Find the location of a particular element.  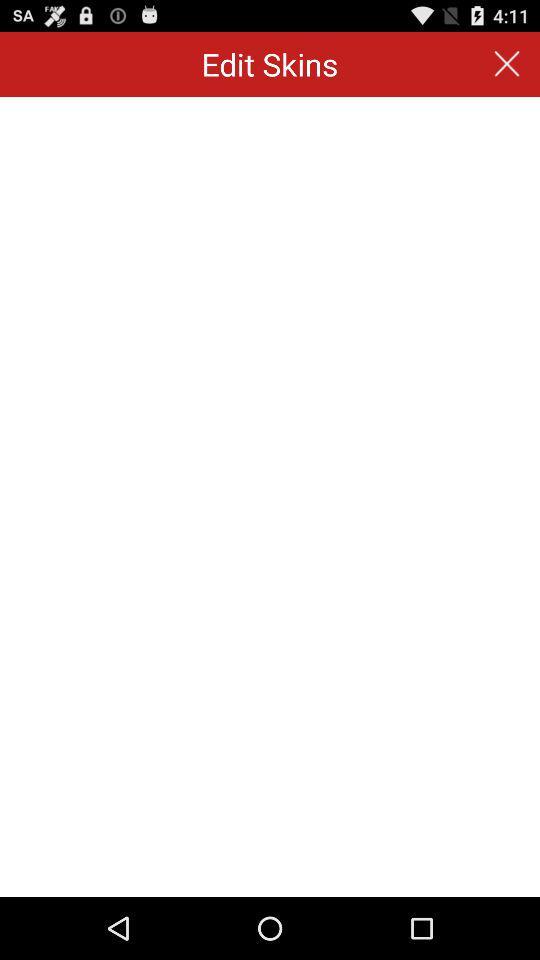

page is located at coordinates (507, 64).